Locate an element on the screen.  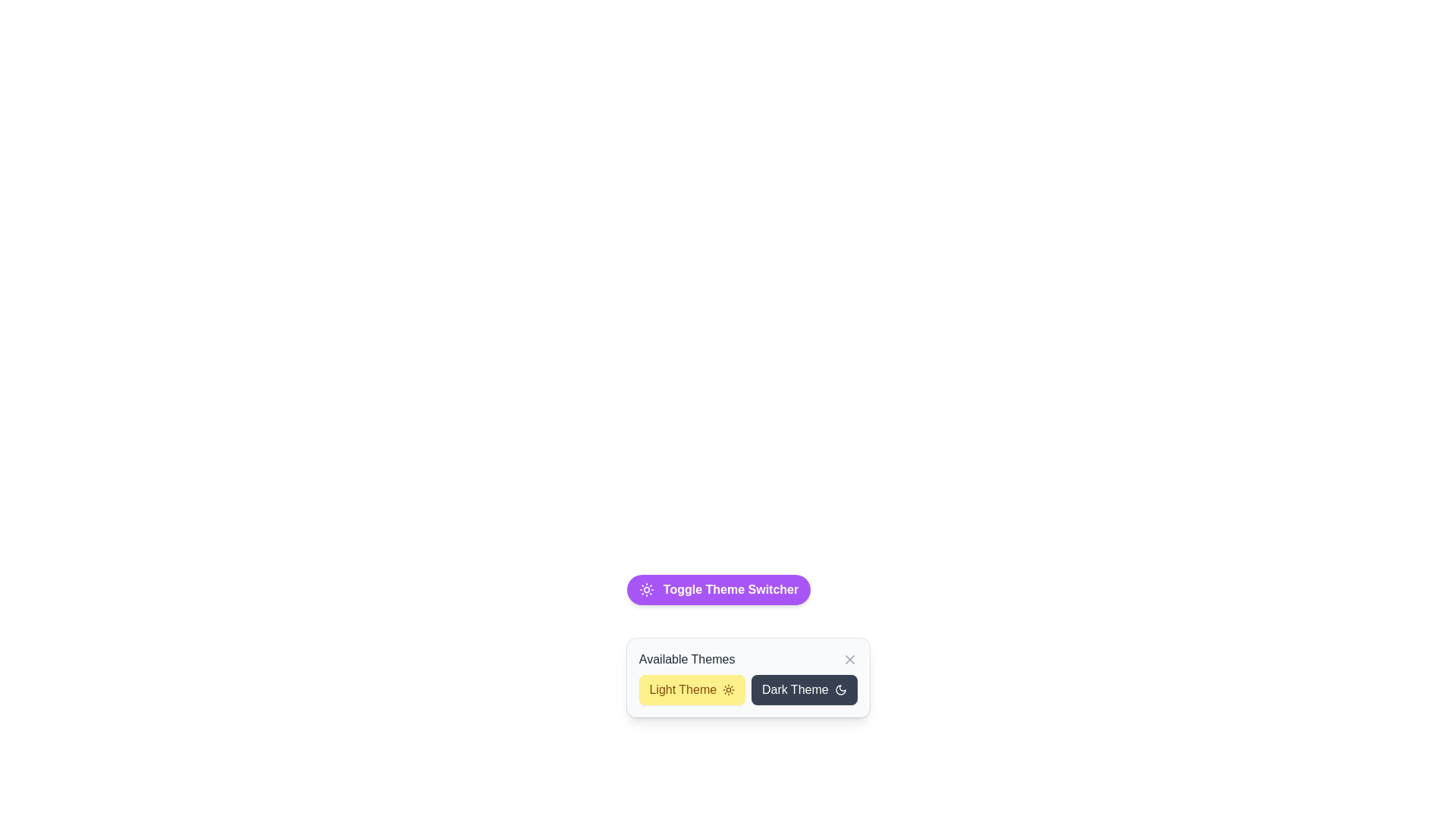
the 'Dark Theme' section of the selectable grid for theme options is located at coordinates (748, 690).